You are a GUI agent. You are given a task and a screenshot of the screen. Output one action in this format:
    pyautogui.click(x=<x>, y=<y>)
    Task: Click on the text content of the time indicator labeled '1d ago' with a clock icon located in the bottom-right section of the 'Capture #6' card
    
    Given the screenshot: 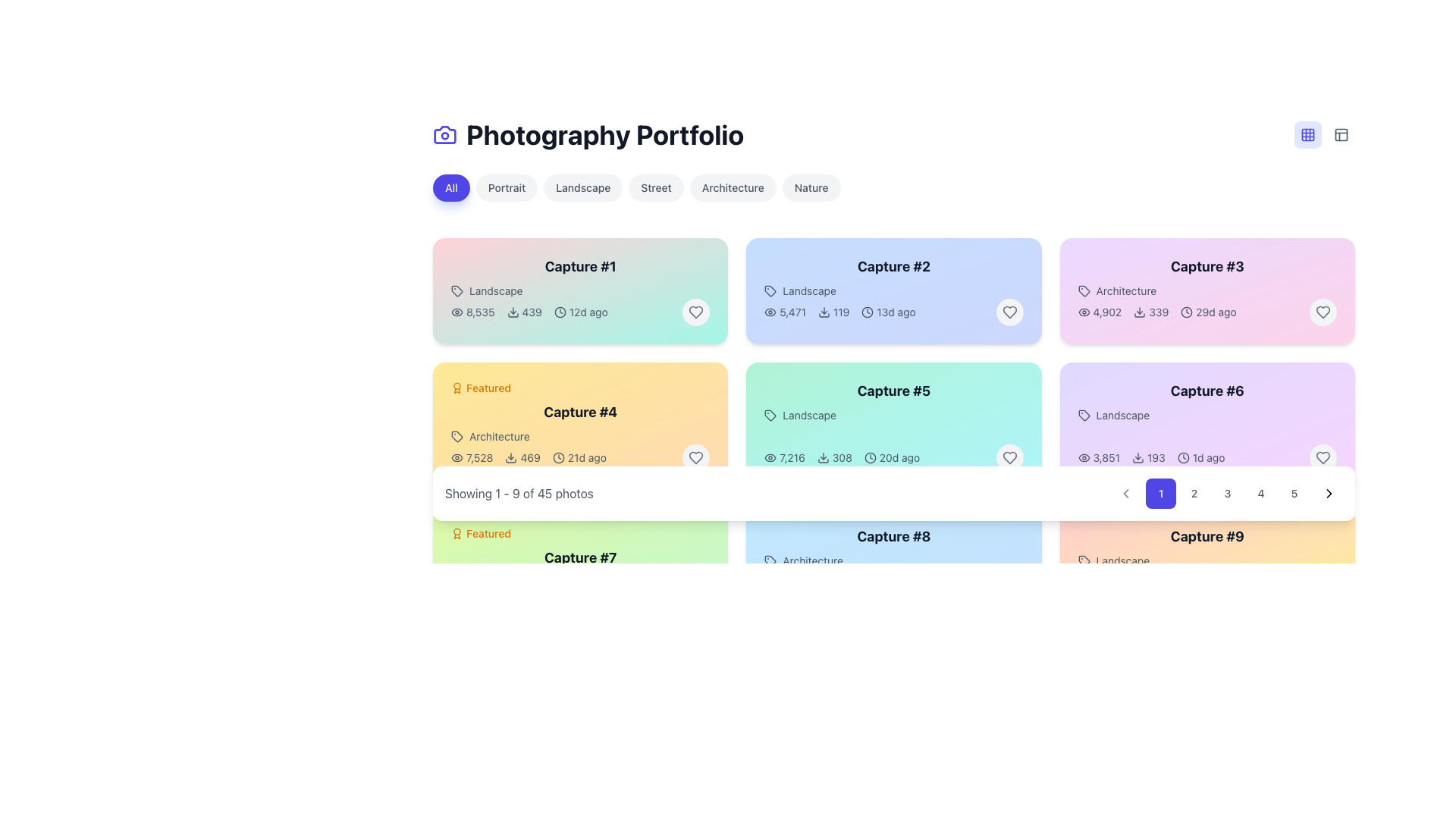 What is the action you would take?
    pyautogui.click(x=1200, y=457)
    